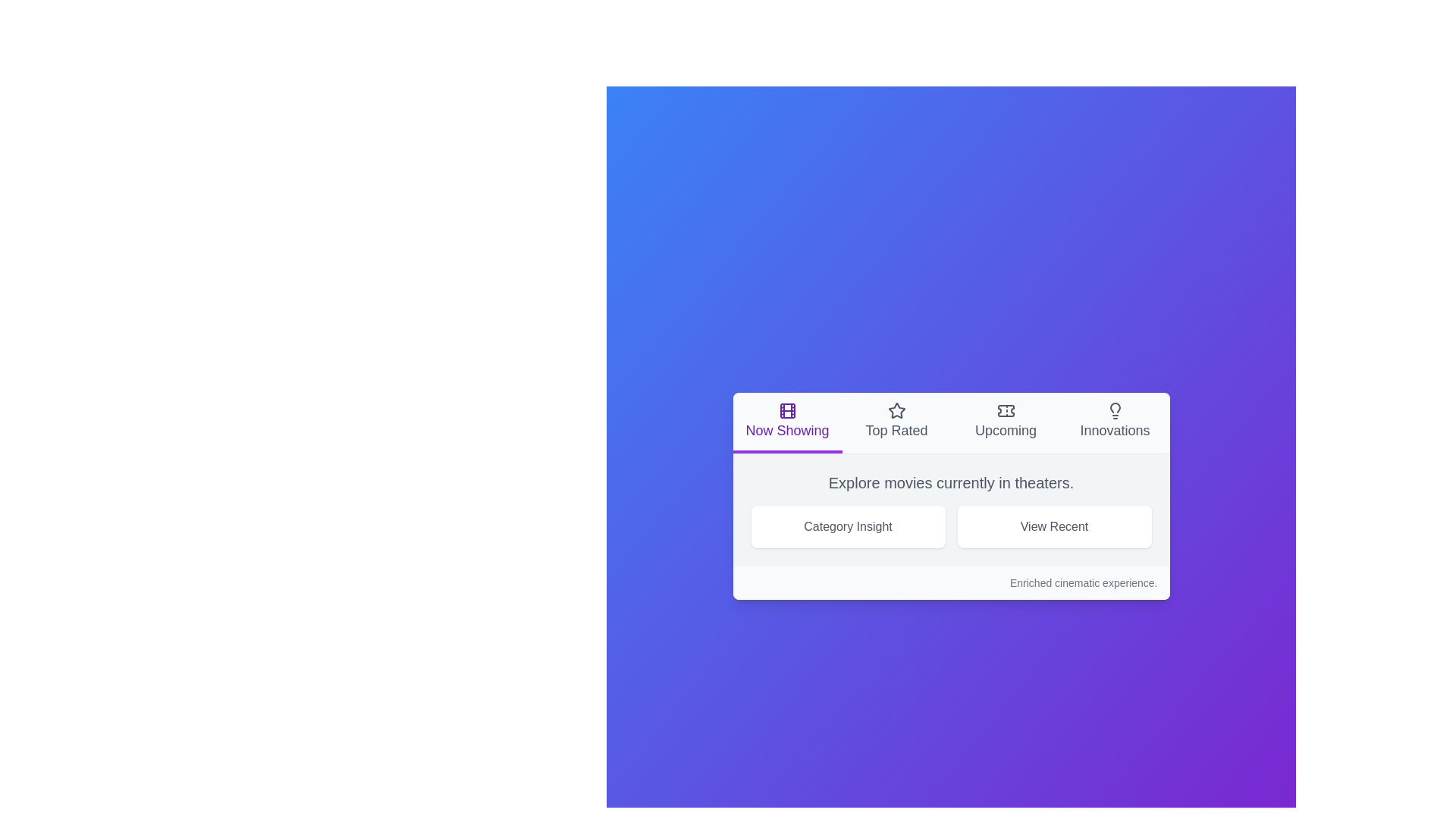 The image size is (1456, 819). What do you see at coordinates (787, 421) in the screenshot?
I see `the navigational tab labeled 'Now Showing' with a film strip icon` at bounding box center [787, 421].